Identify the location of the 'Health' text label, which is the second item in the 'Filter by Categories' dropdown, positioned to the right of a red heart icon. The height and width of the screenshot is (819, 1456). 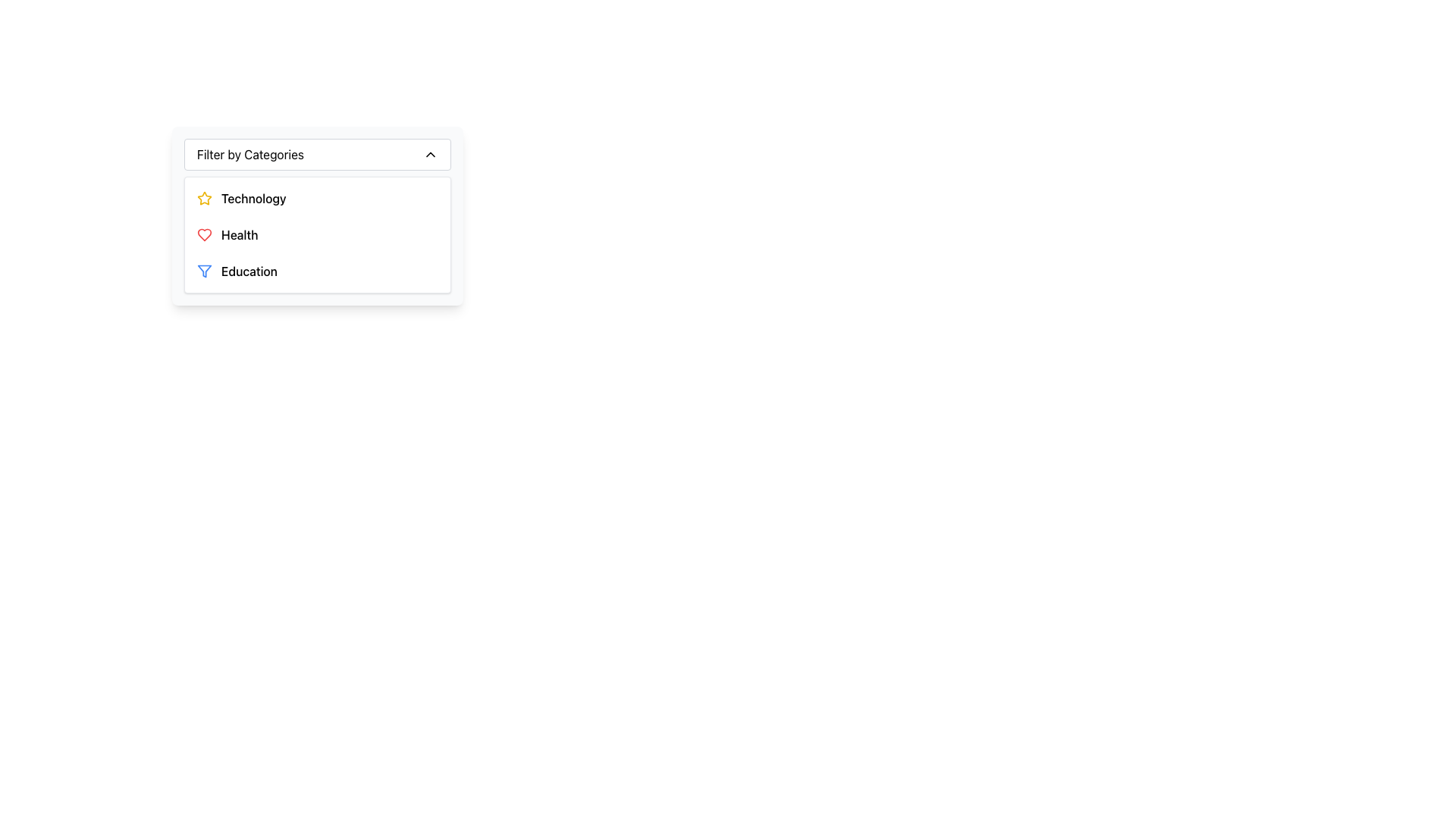
(239, 234).